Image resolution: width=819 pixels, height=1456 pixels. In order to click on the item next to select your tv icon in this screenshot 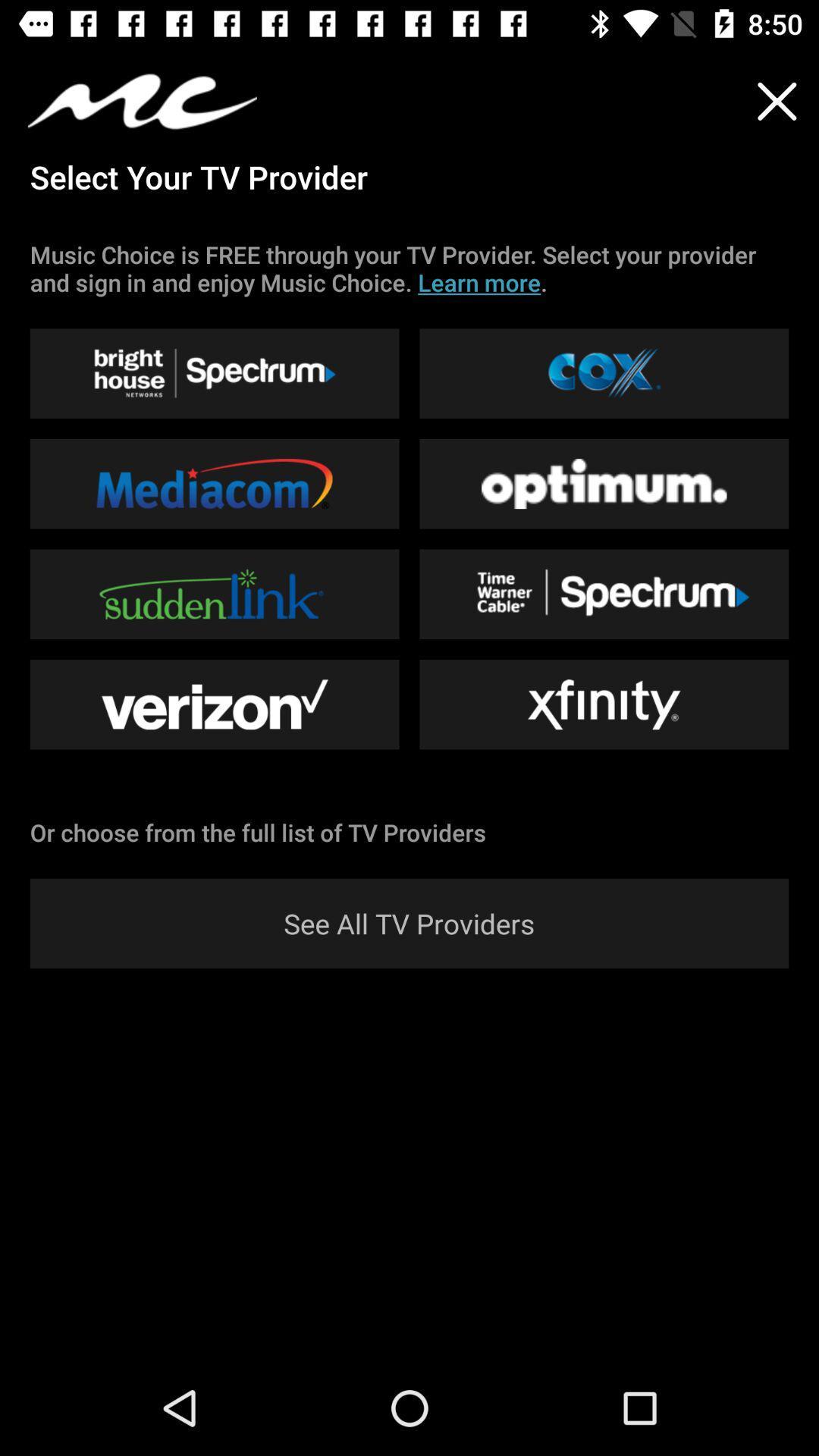, I will do `click(777, 100)`.